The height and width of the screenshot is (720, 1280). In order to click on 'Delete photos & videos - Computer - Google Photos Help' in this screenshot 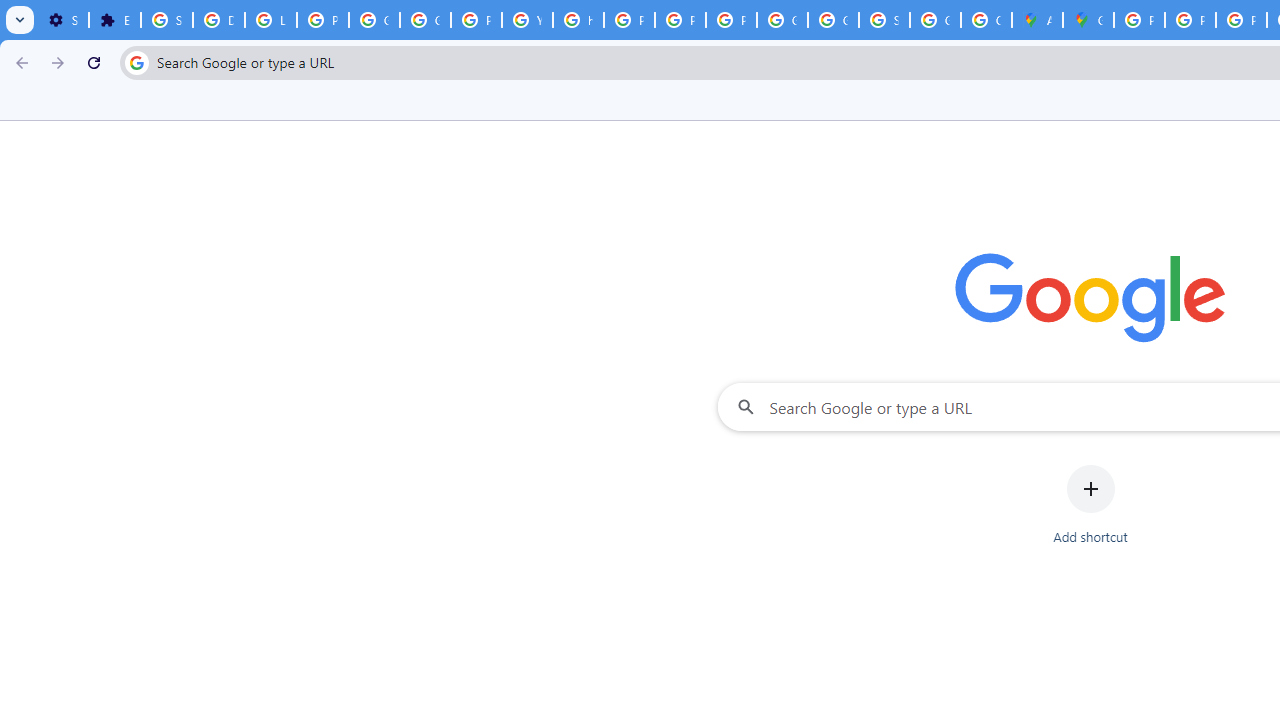, I will do `click(218, 20)`.